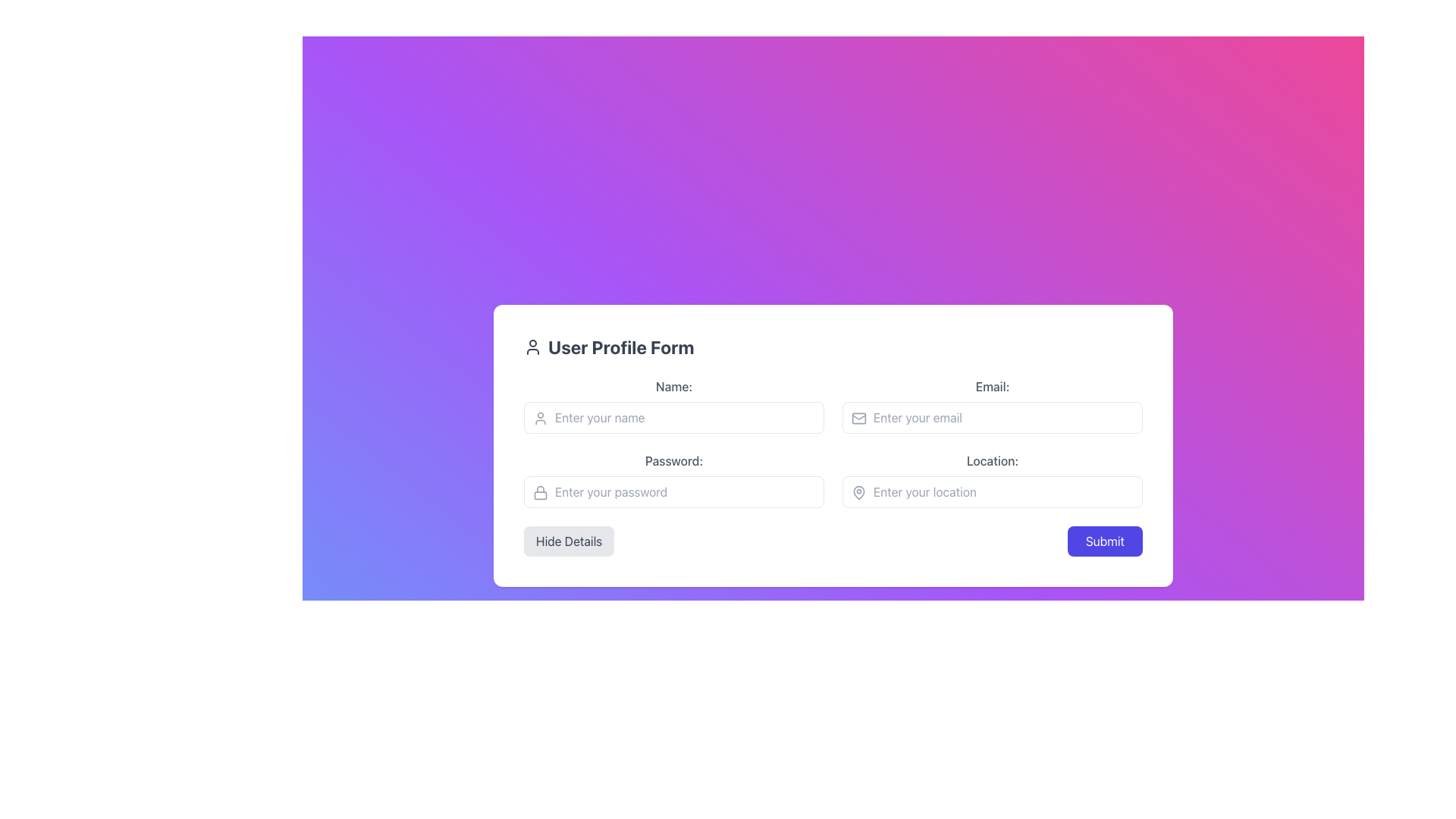 The height and width of the screenshot is (819, 1456). What do you see at coordinates (858, 418) in the screenshot?
I see `the mail icon, which is a gray geometric outline of an envelope located to the left within the email input field` at bounding box center [858, 418].